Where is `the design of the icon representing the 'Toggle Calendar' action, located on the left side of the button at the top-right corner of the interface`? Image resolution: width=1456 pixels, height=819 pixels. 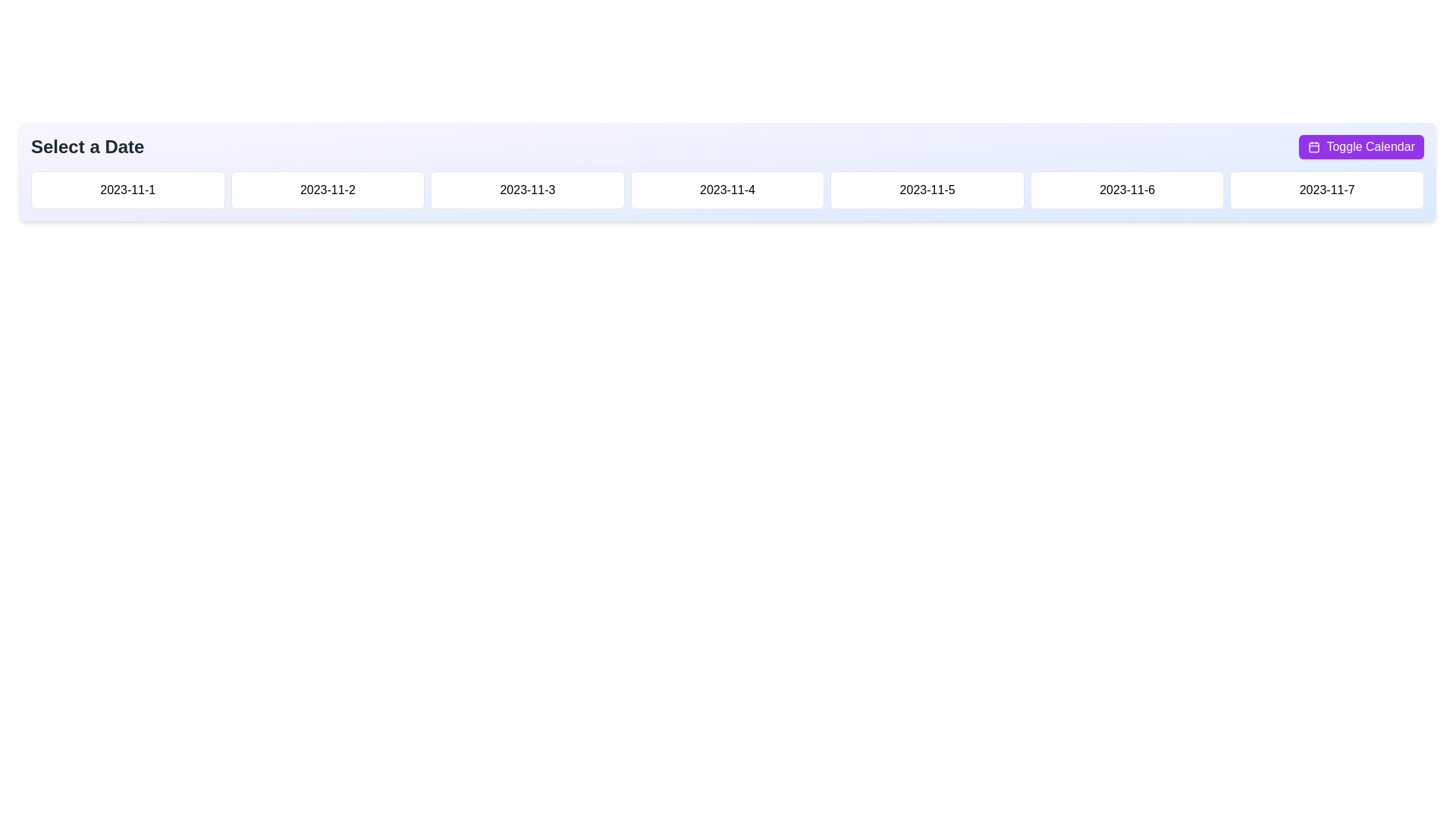 the design of the icon representing the 'Toggle Calendar' action, located on the left side of the button at the top-right corner of the interface is located at coordinates (1313, 146).